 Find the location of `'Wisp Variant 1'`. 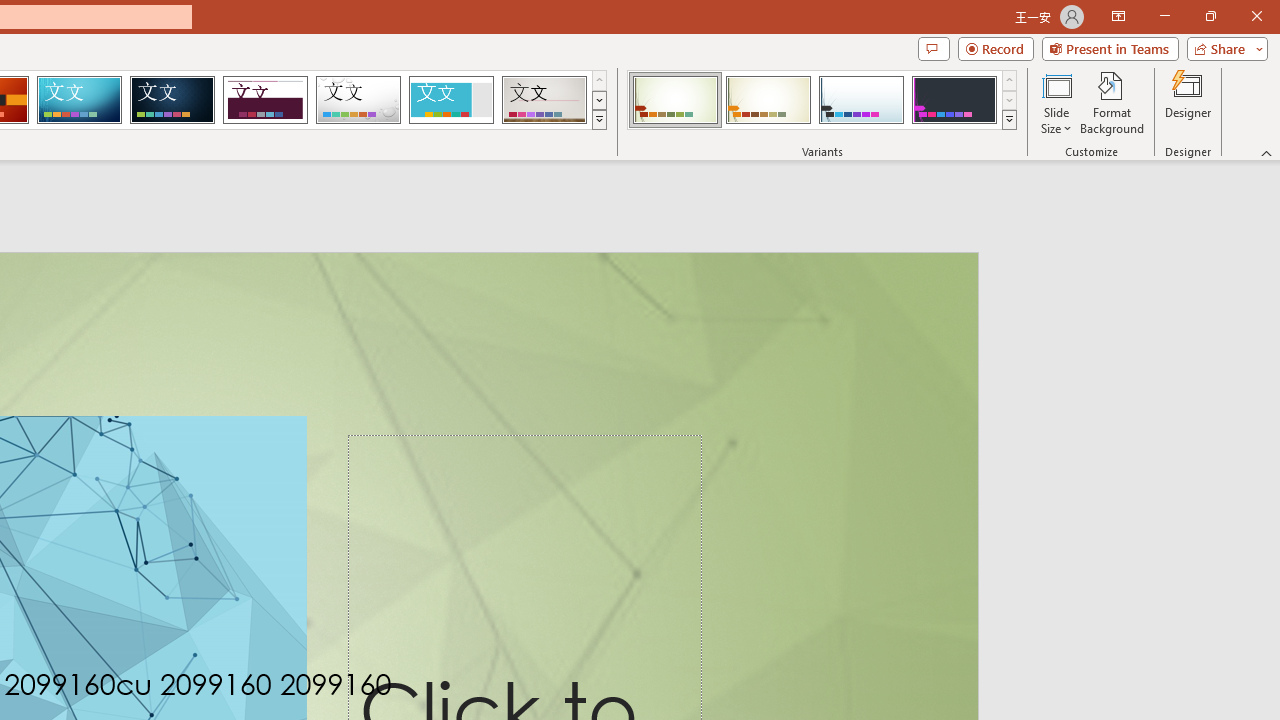

'Wisp Variant 1' is located at coordinates (675, 100).